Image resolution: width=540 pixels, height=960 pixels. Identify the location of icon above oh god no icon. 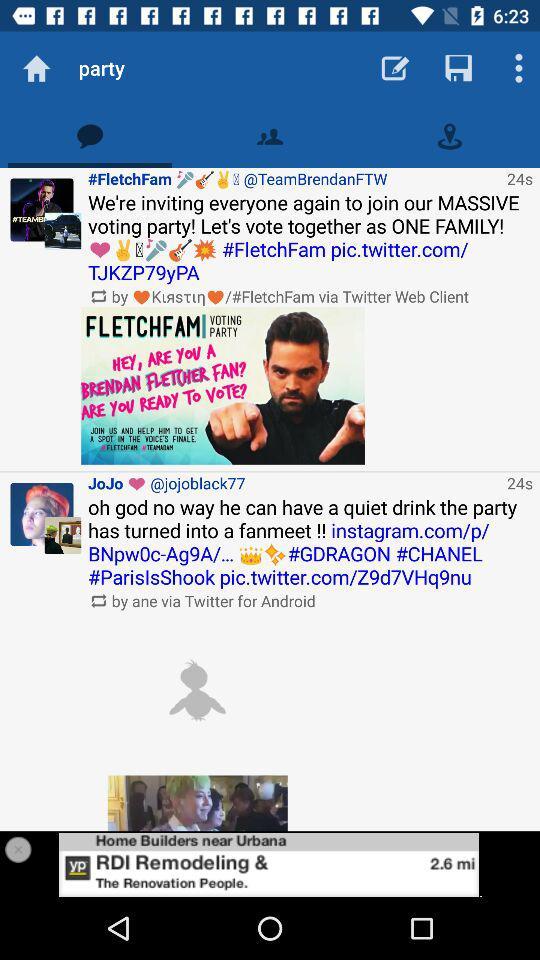
(293, 482).